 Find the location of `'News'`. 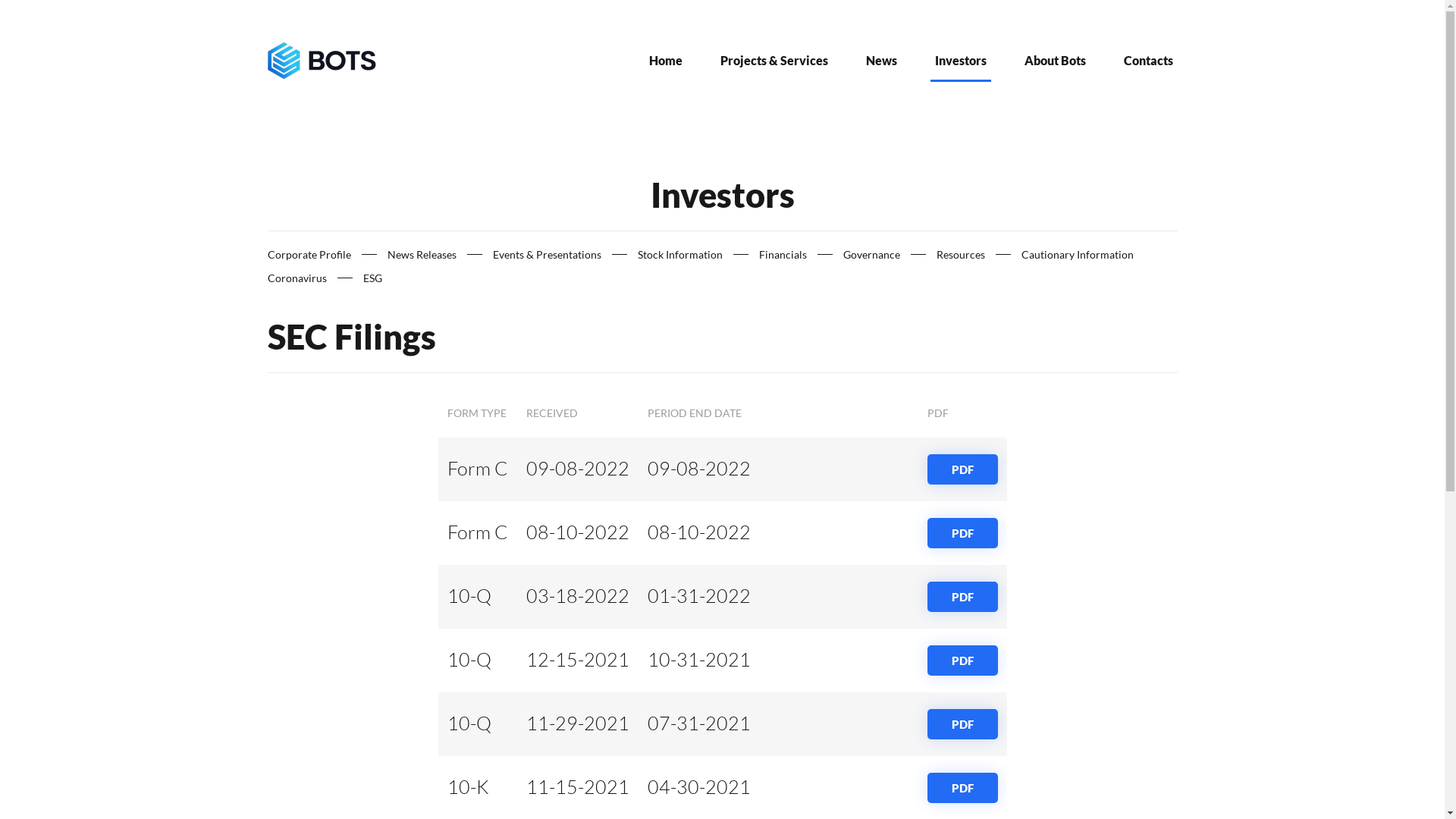

'News' is located at coordinates (861, 60).